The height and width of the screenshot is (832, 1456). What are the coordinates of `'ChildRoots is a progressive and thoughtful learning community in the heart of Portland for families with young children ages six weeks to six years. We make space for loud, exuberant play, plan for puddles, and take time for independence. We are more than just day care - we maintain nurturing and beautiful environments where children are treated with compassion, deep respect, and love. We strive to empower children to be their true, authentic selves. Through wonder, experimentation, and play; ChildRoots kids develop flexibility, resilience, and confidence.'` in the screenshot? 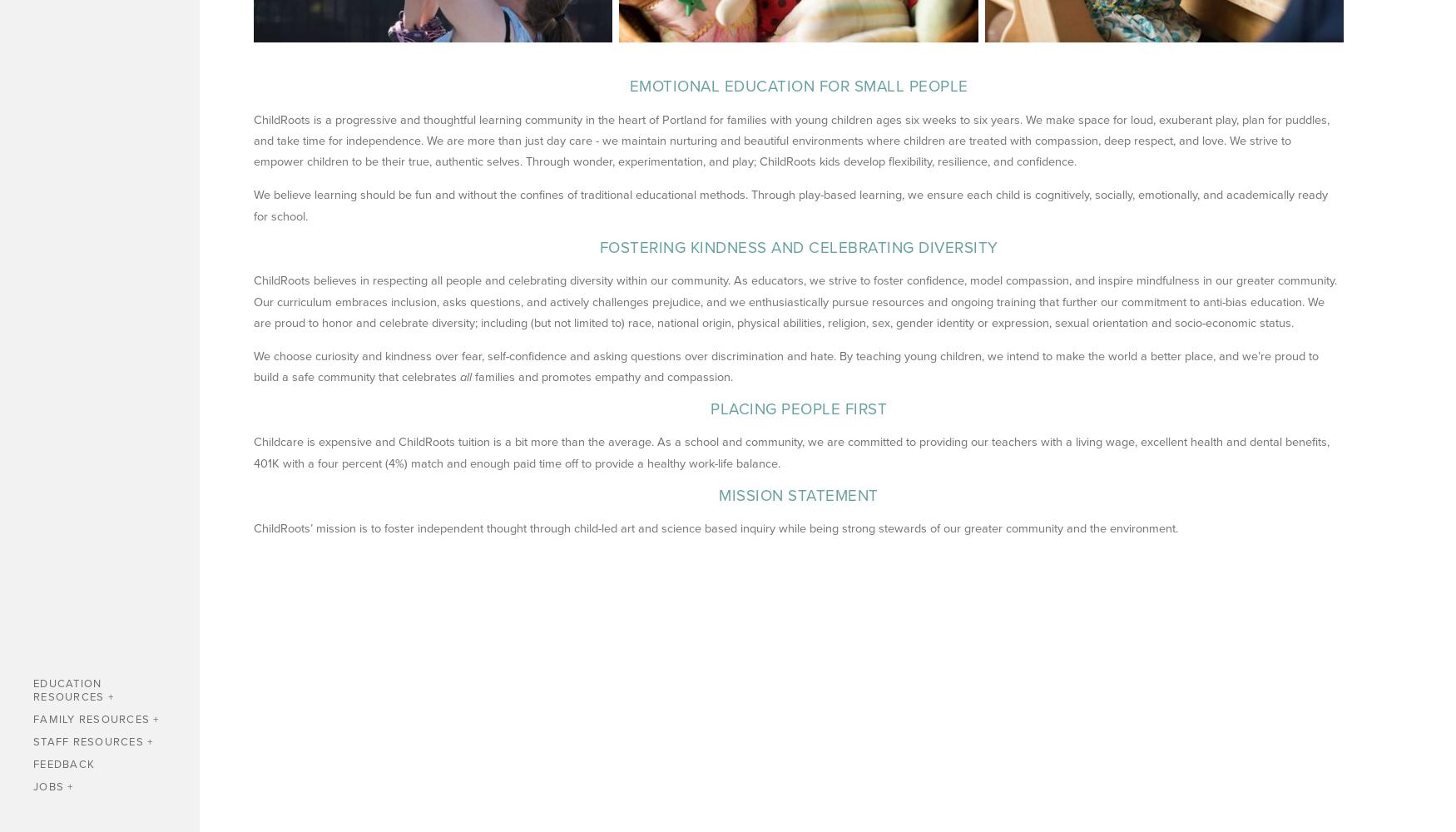 It's located at (793, 140).